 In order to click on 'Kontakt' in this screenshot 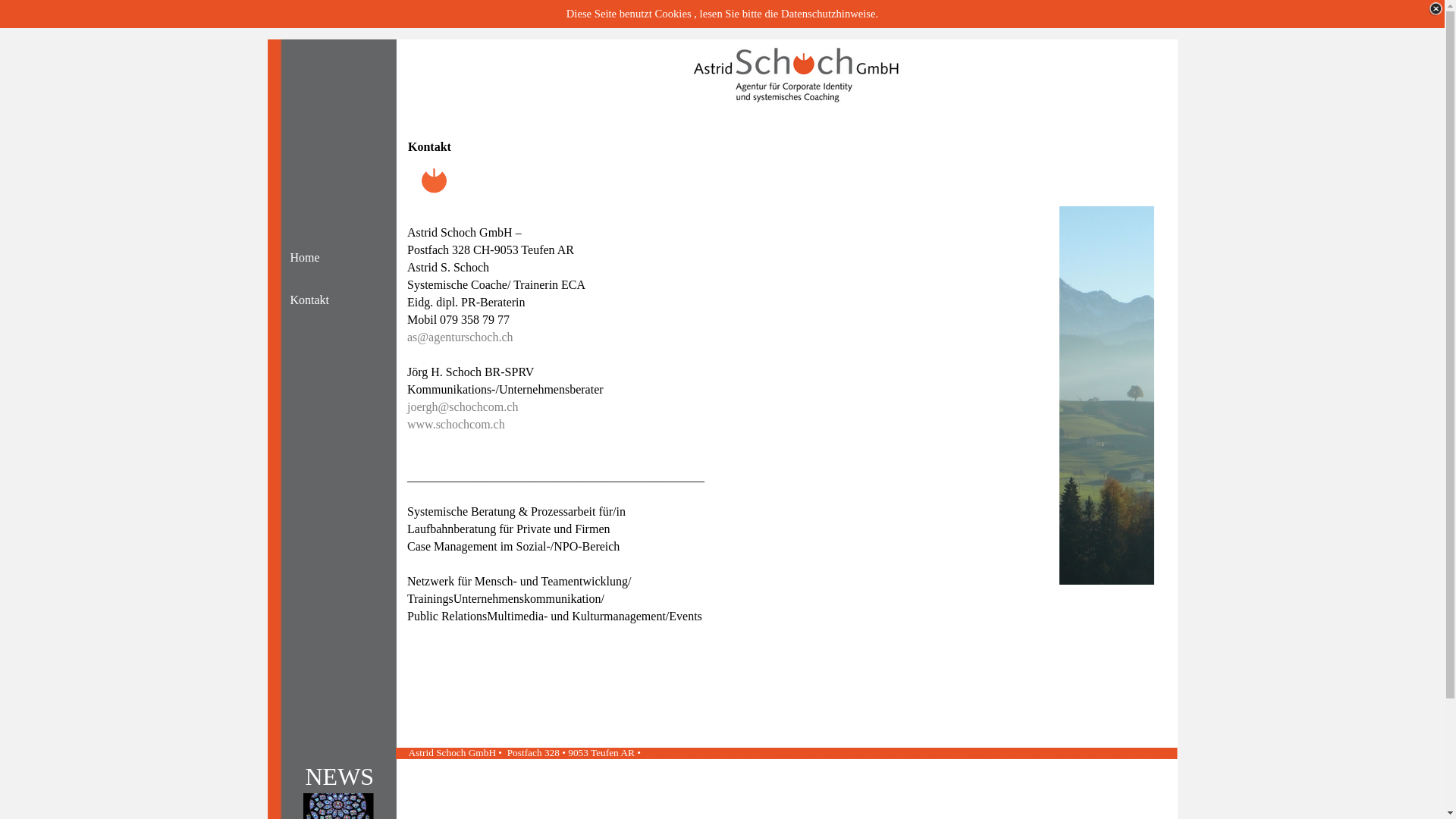, I will do `click(327, 300)`.